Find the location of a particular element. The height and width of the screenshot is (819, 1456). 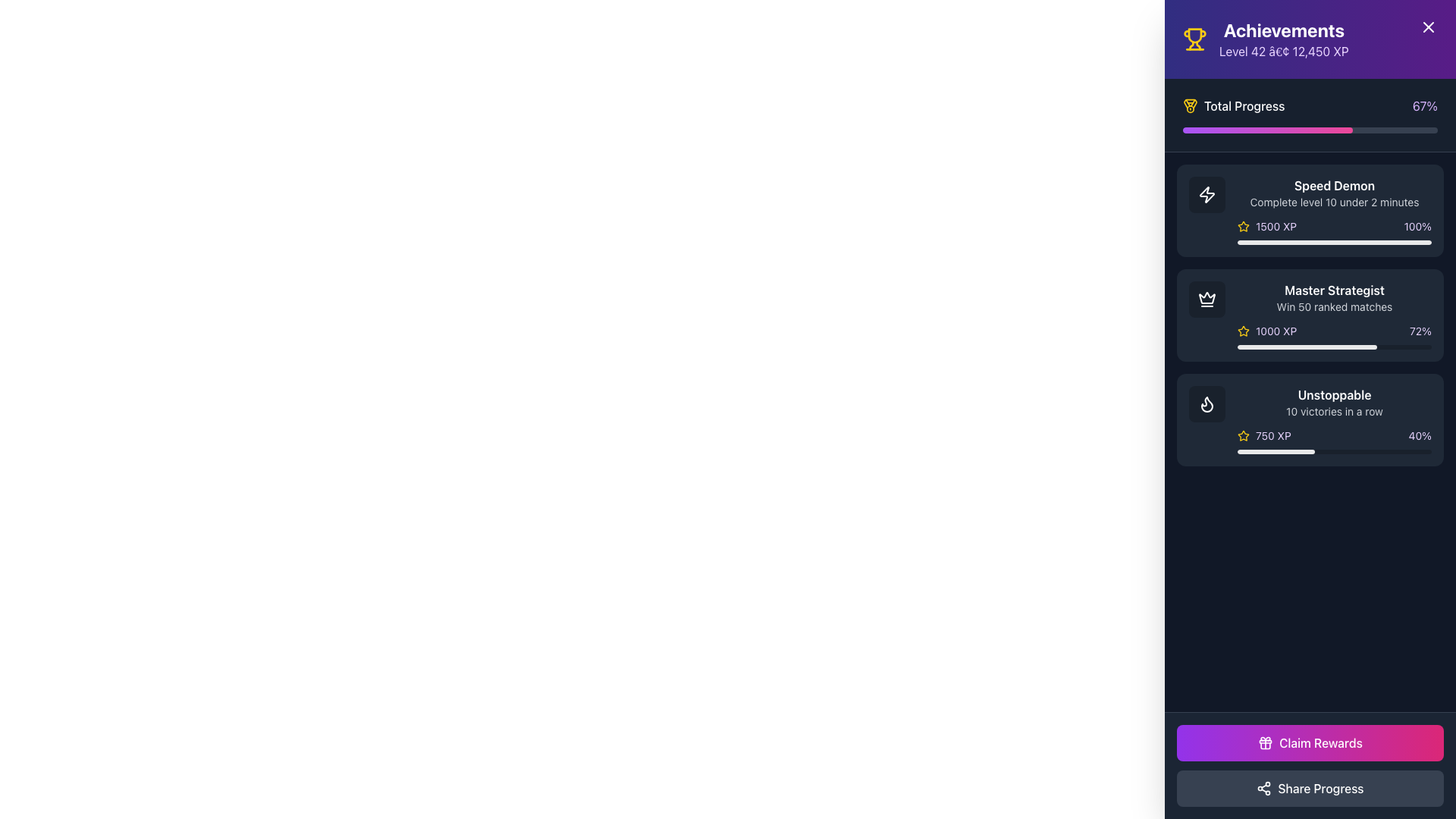

the Text Label displaying '67% progress', which indicates the percentage of task completion, located to the far right of the 'Total Progress' section is located at coordinates (1424, 105).